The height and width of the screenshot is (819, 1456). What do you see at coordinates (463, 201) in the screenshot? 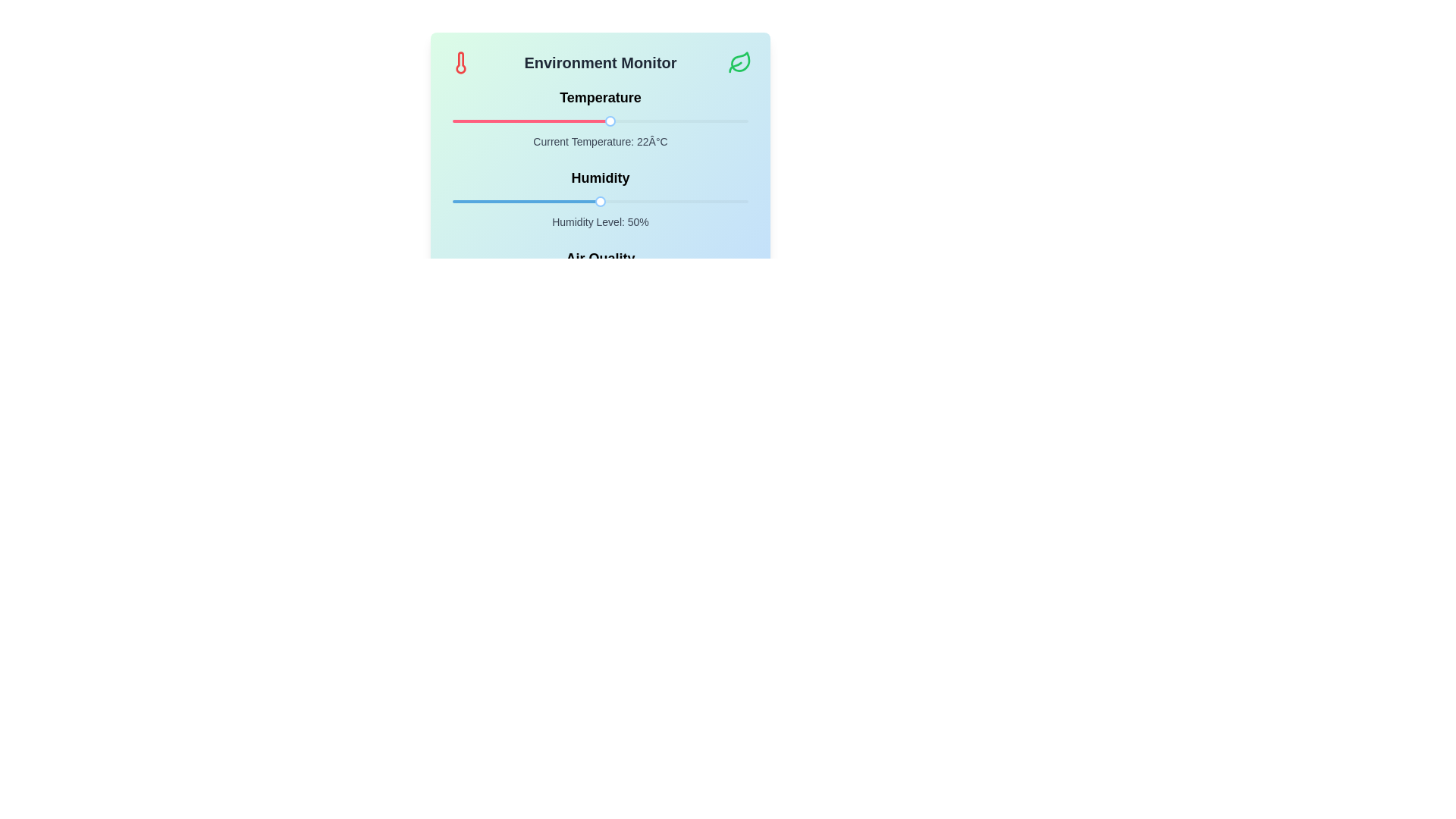
I see `the humidity` at bounding box center [463, 201].